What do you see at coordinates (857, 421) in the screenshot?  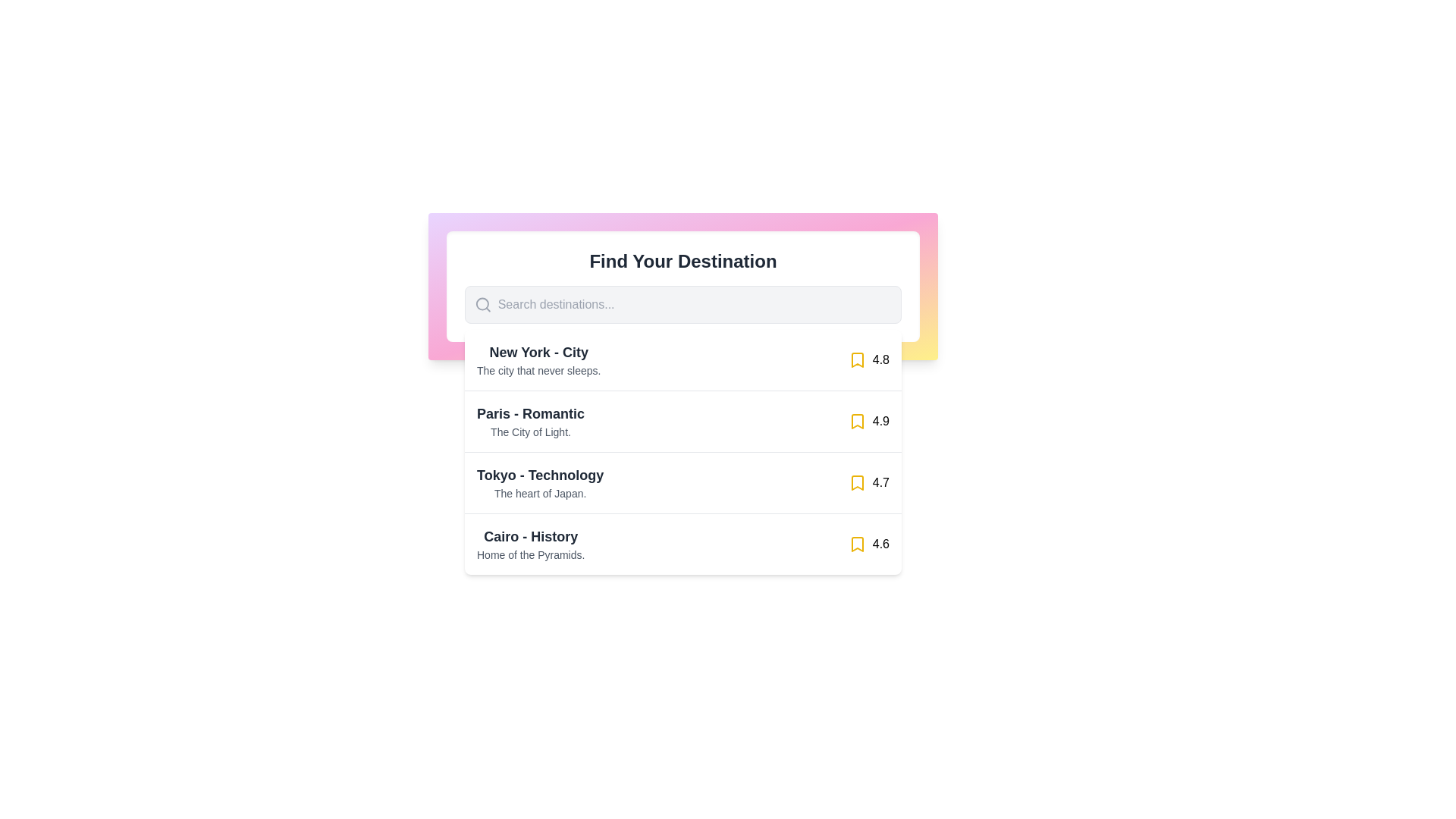 I see `the yellow bookmark icon located to the far right of the 'Paris - Romantic' list item` at bounding box center [857, 421].